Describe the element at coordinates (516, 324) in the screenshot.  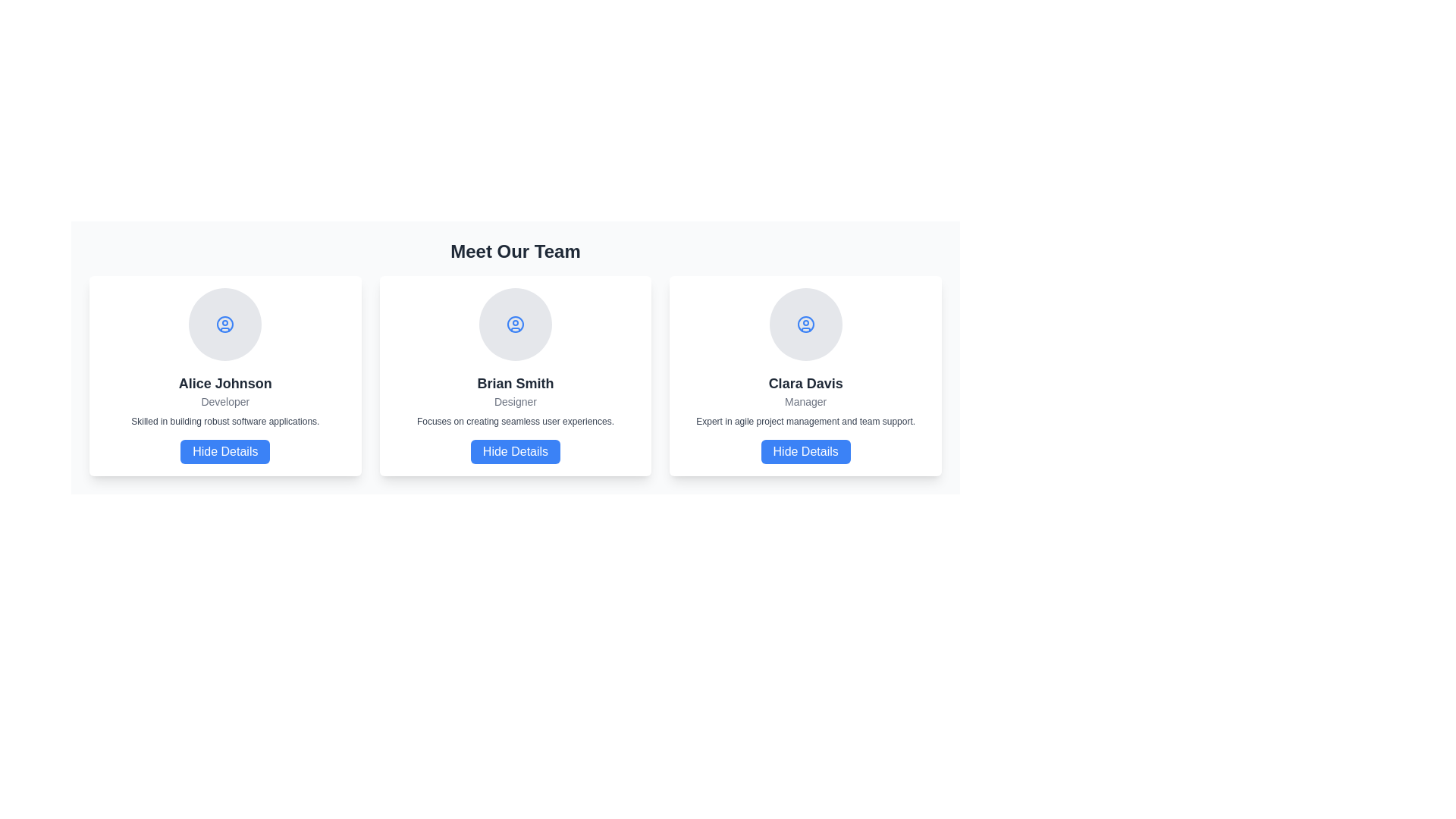
I see `the user icon representing Brian Smith, which is located in the center card of three horizontally arranged cards` at that location.